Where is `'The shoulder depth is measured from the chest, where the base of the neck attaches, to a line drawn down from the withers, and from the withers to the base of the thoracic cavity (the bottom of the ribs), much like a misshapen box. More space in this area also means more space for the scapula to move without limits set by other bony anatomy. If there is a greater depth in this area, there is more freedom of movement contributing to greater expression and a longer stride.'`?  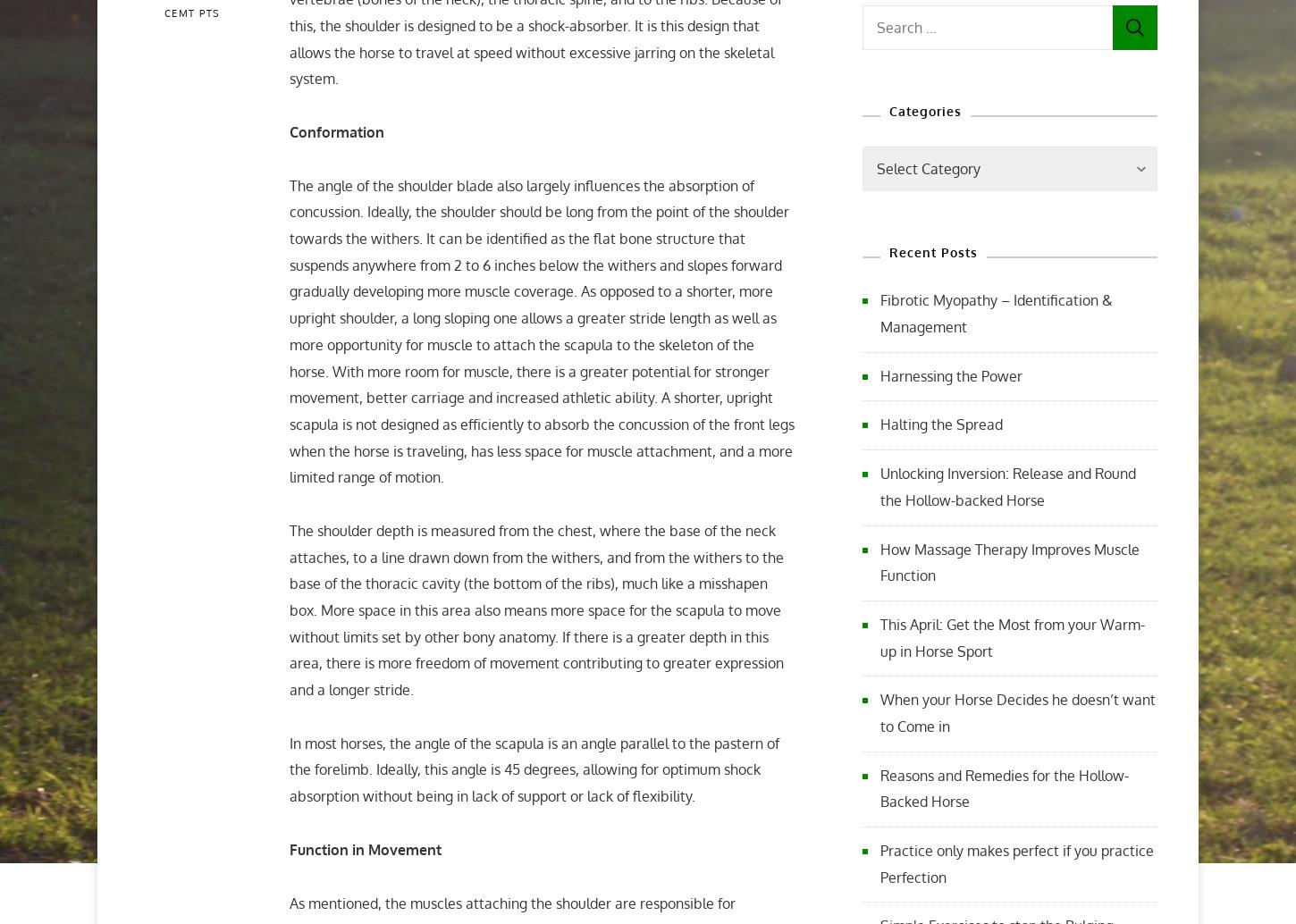 'The shoulder depth is measured from the chest, where the base of the neck attaches, to a line drawn down from the withers, and from the withers to the base of the thoracic cavity (the bottom of the ribs), much like a misshapen box. More space in this area also means more space for the scapula to move without limits set by other bony anatomy. If there is a greater depth in this area, there is more freedom of movement contributing to greater expression and a longer stride.' is located at coordinates (536, 609).